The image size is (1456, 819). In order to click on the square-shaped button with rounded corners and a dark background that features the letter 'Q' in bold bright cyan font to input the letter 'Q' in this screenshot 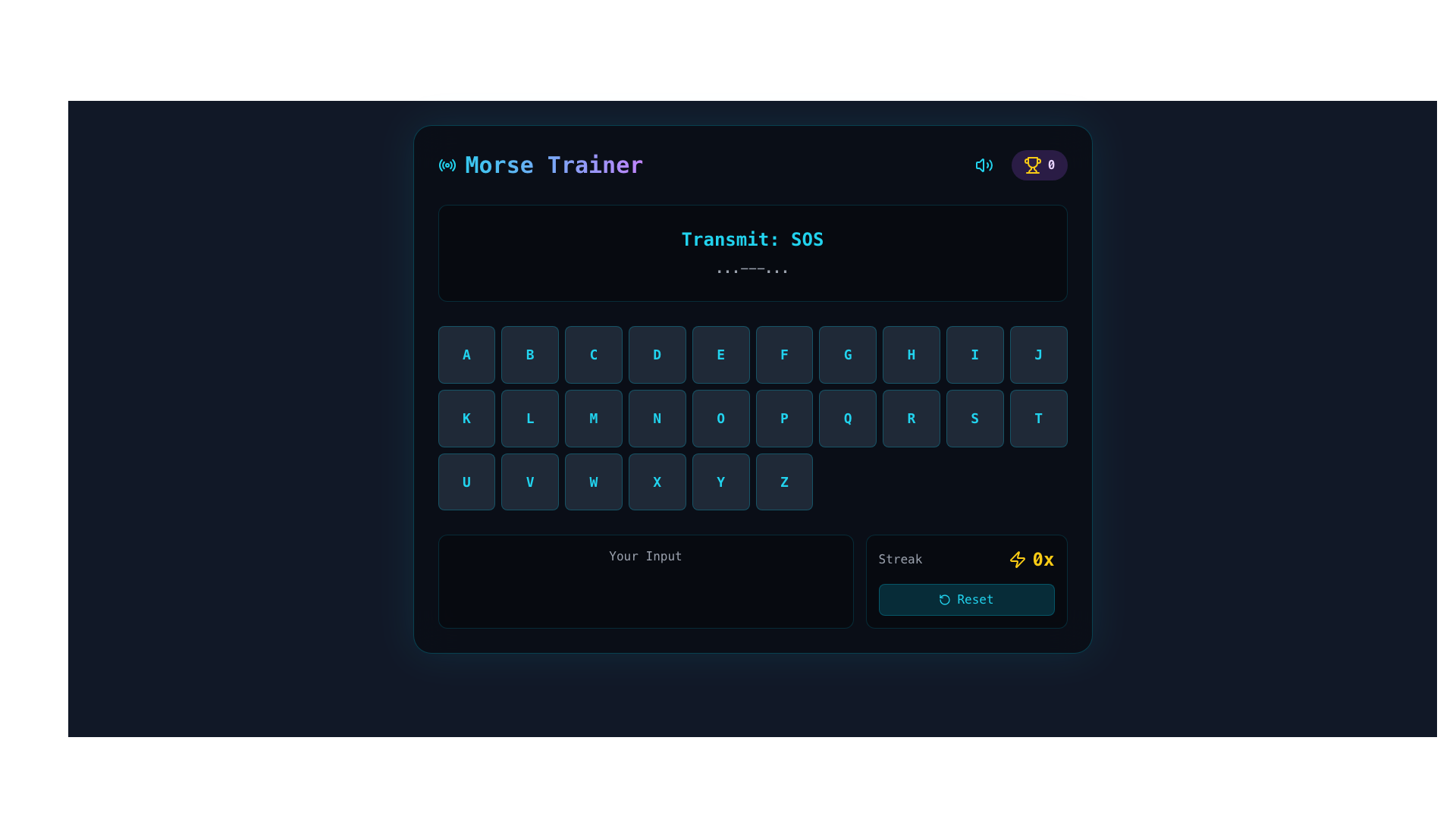, I will do `click(847, 418)`.